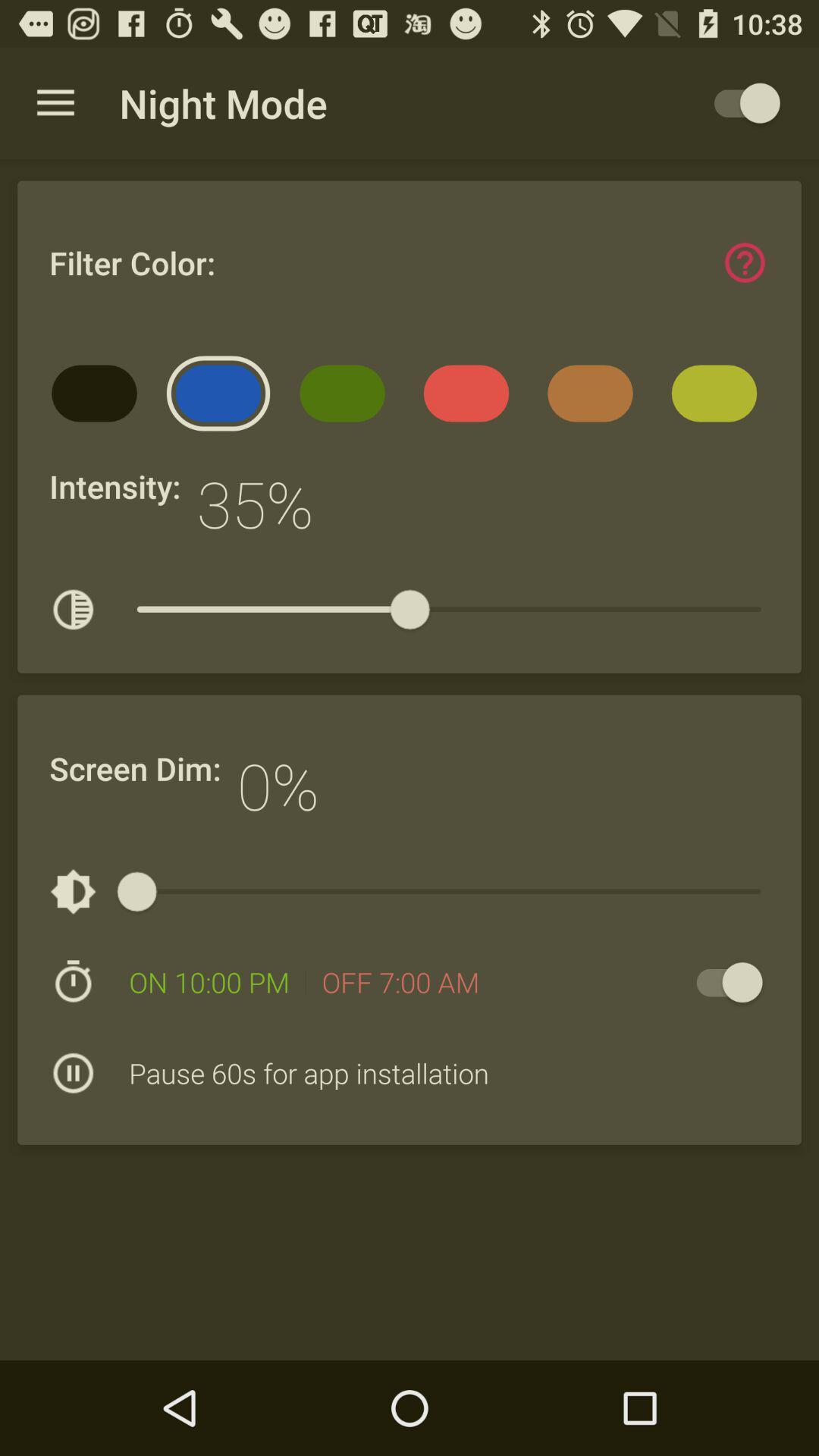  What do you see at coordinates (744, 262) in the screenshot?
I see `help` at bounding box center [744, 262].